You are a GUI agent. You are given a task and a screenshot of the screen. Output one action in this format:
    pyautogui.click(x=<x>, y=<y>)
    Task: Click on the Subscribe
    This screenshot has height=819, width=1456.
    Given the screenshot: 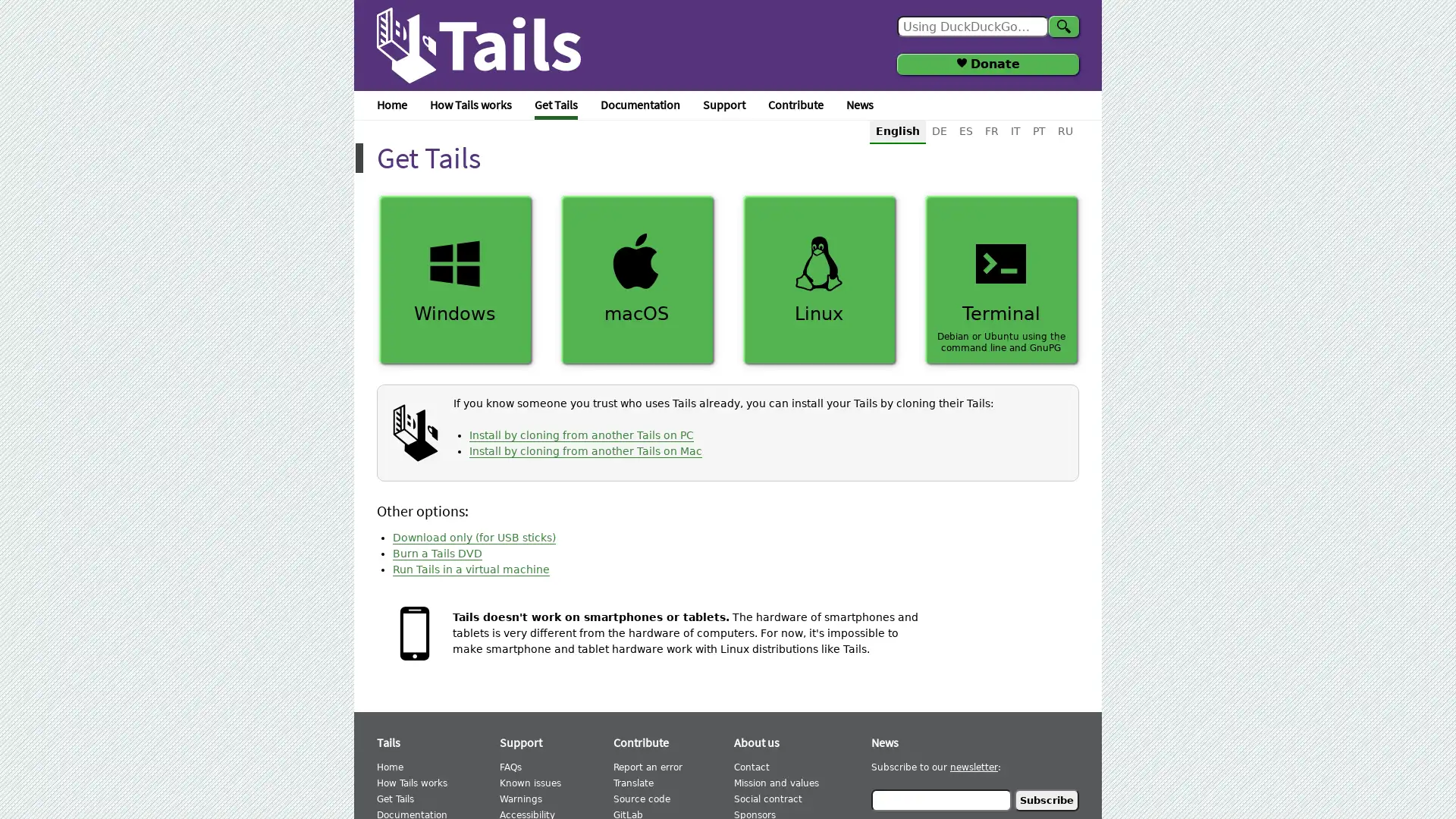 What is the action you would take?
    pyautogui.click(x=1046, y=799)
    